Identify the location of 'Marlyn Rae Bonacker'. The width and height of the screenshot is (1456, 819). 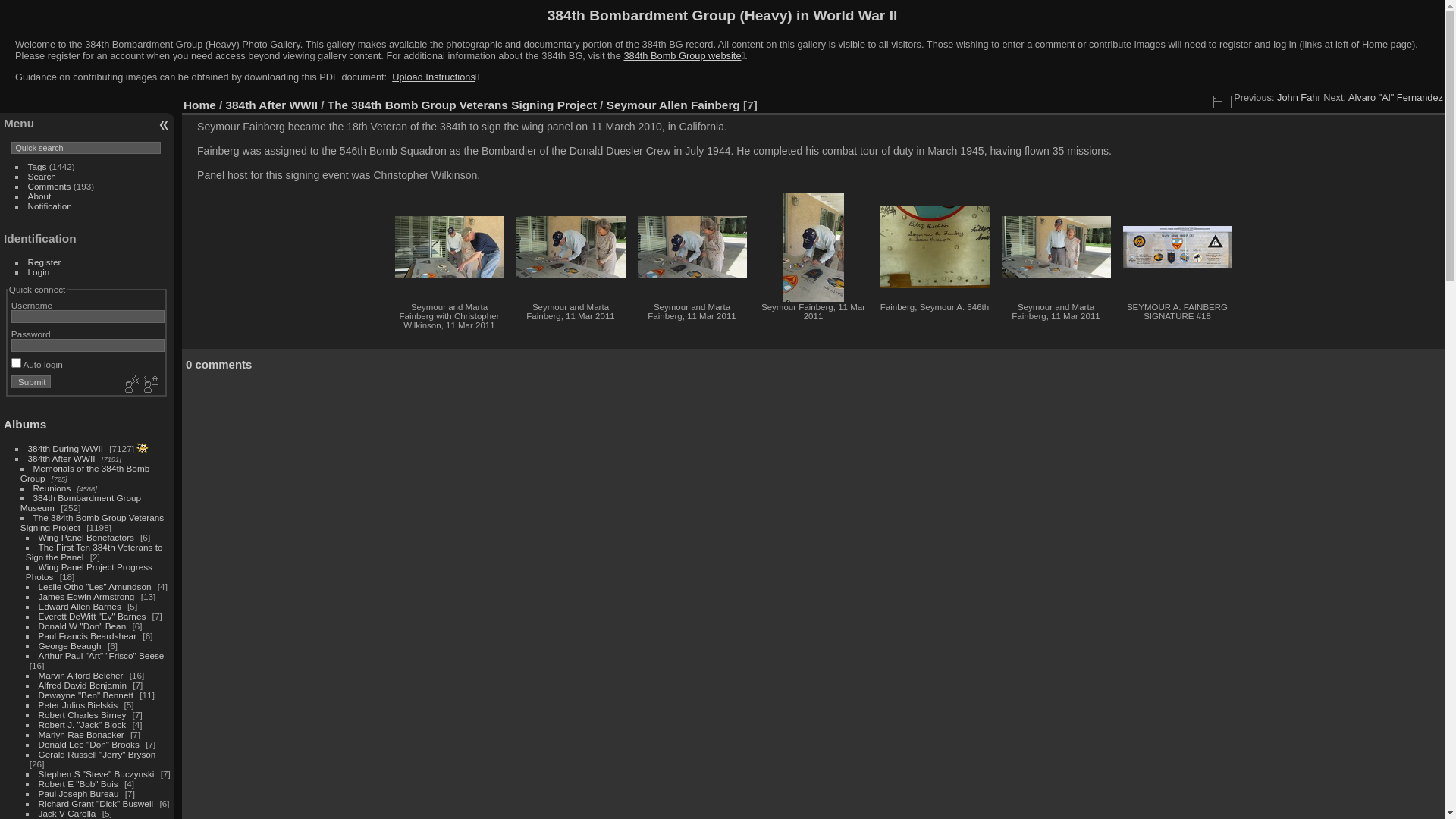
(80, 733).